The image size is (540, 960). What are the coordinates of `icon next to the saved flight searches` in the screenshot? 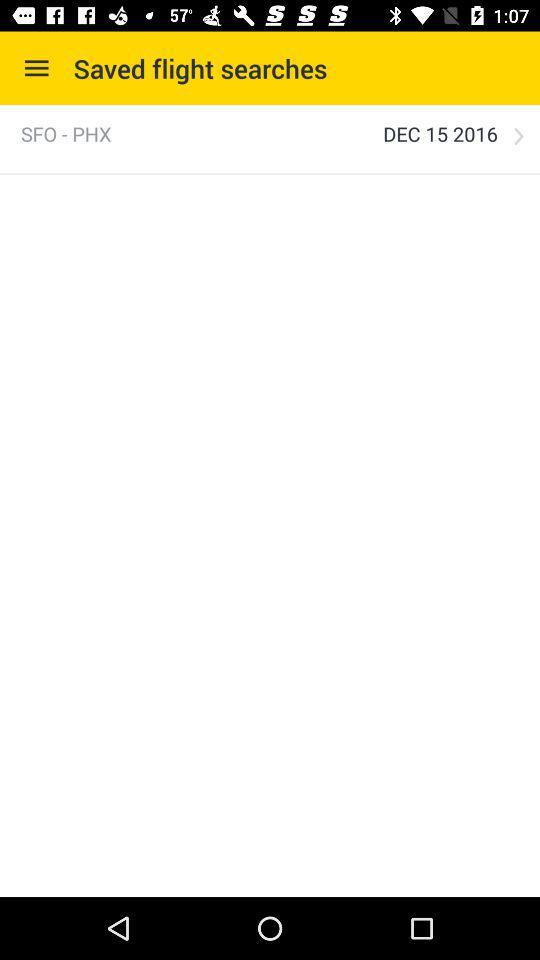 It's located at (36, 68).